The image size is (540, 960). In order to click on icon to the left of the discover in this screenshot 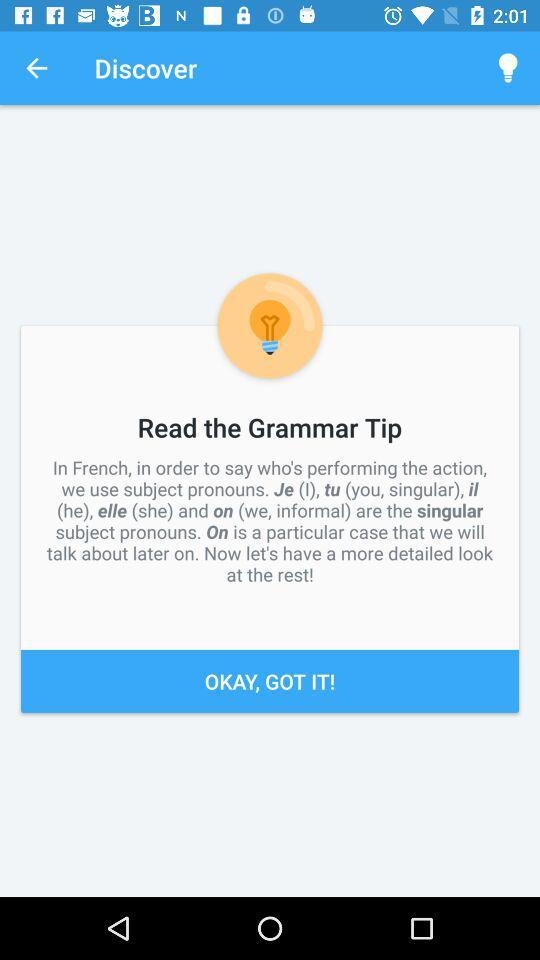, I will do `click(36, 68)`.